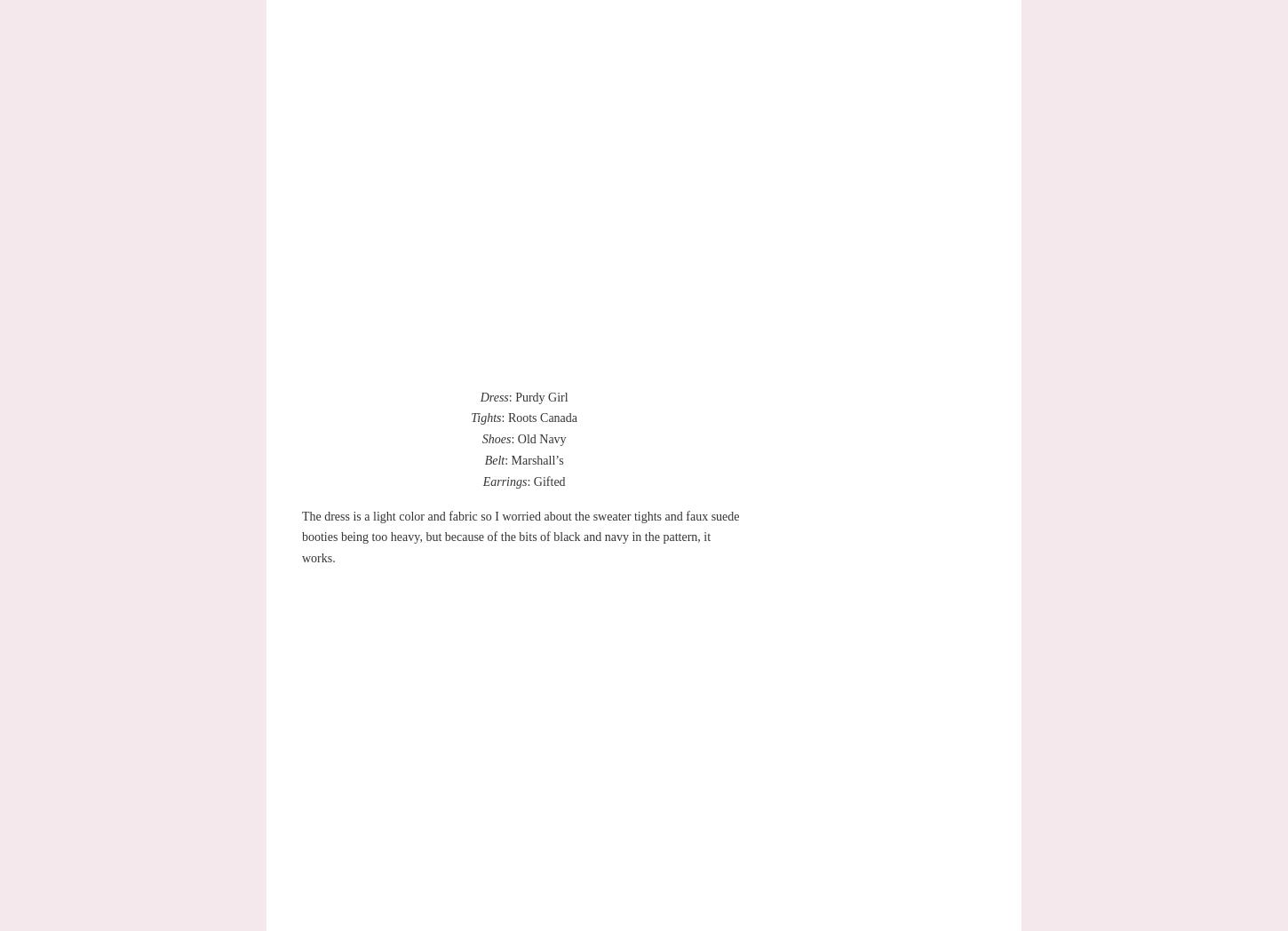 Image resolution: width=1288 pixels, height=931 pixels. Describe the element at coordinates (470, 417) in the screenshot. I see `'Tights'` at that location.